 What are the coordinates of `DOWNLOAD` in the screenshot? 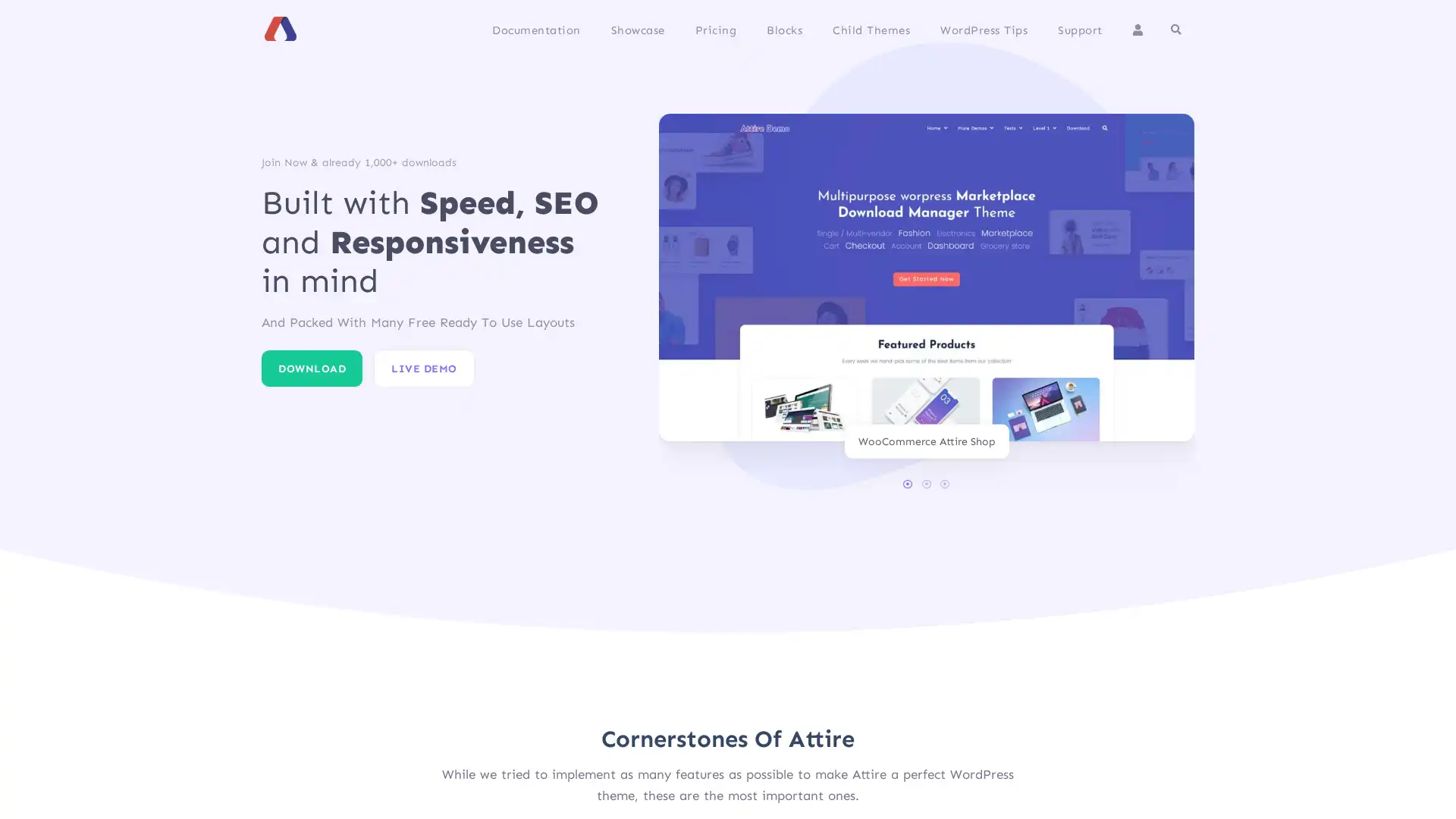 It's located at (311, 369).